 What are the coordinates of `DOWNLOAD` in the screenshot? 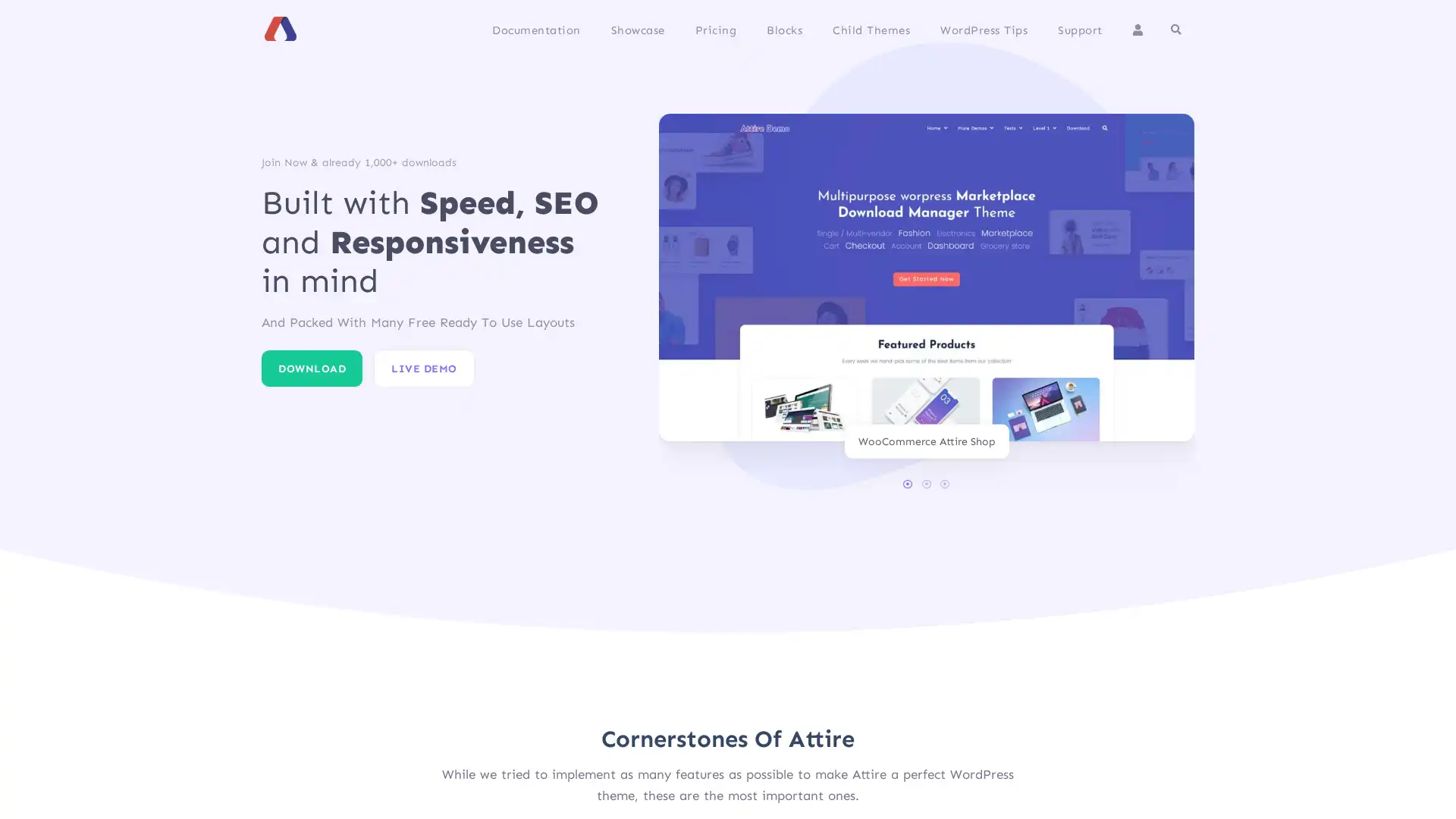 It's located at (311, 369).